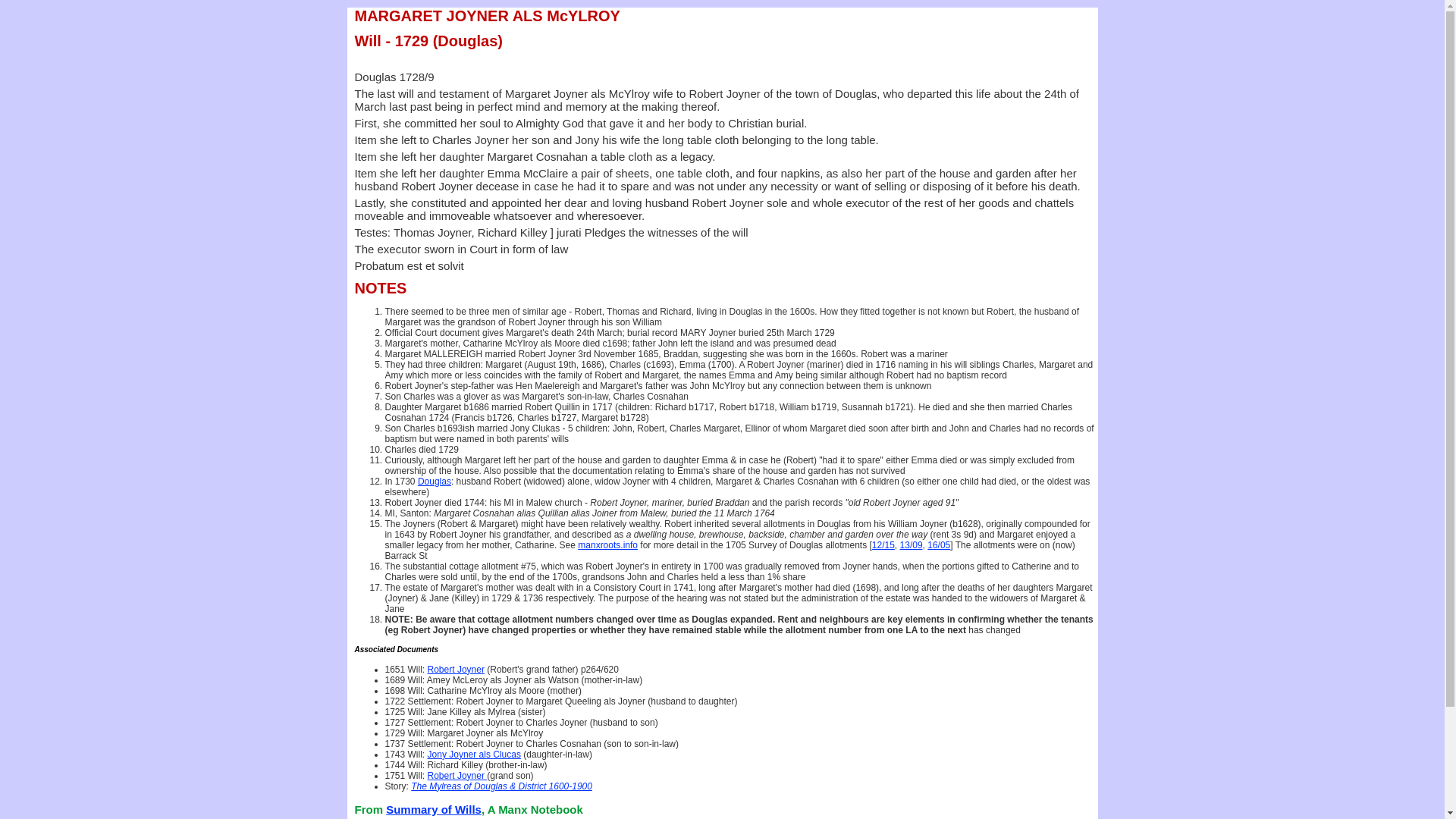  Describe the element at coordinates (473, 755) in the screenshot. I see `'Jony Joyner als Clucas'` at that location.